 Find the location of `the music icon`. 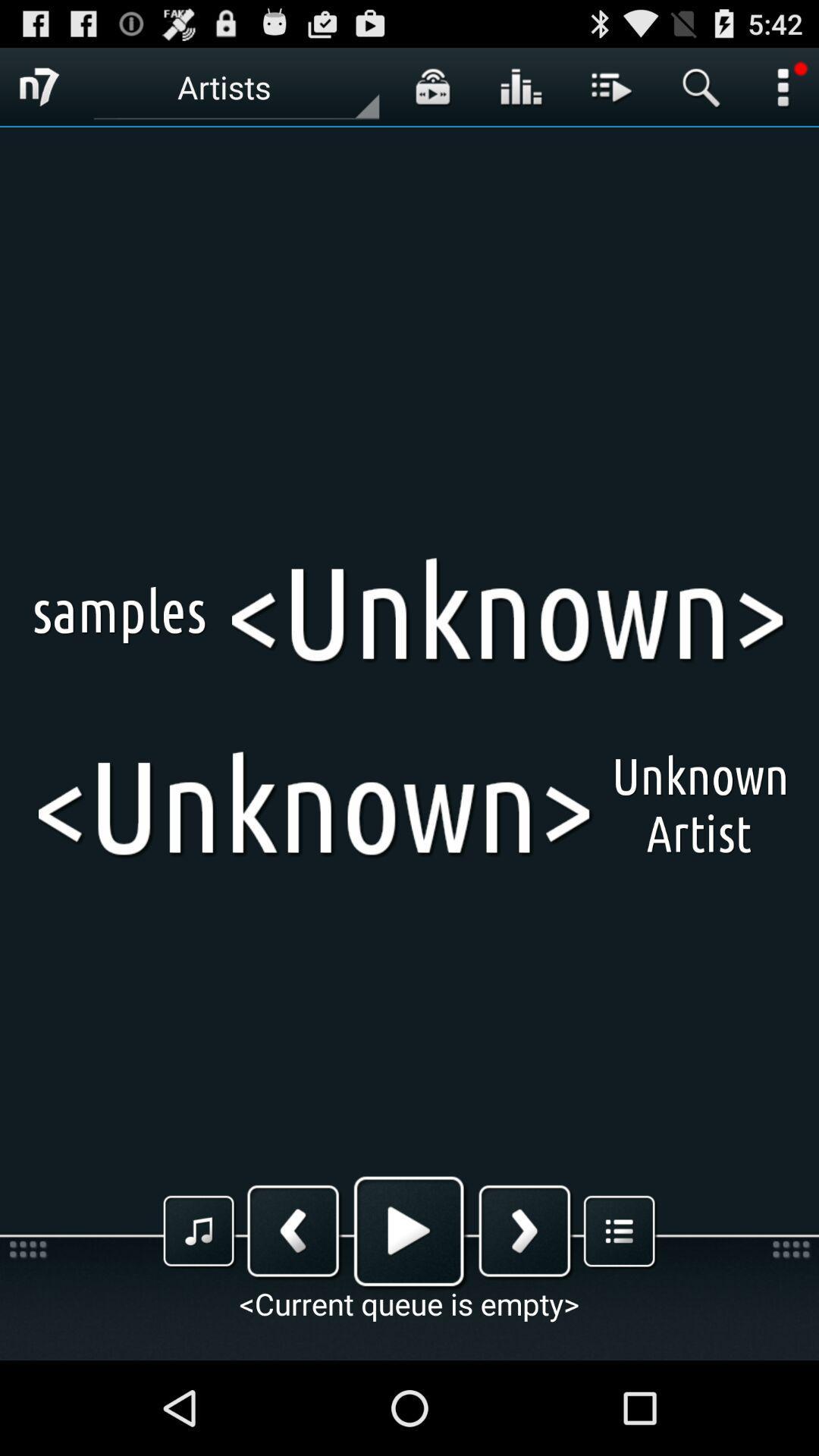

the music icon is located at coordinates (198, 1316).